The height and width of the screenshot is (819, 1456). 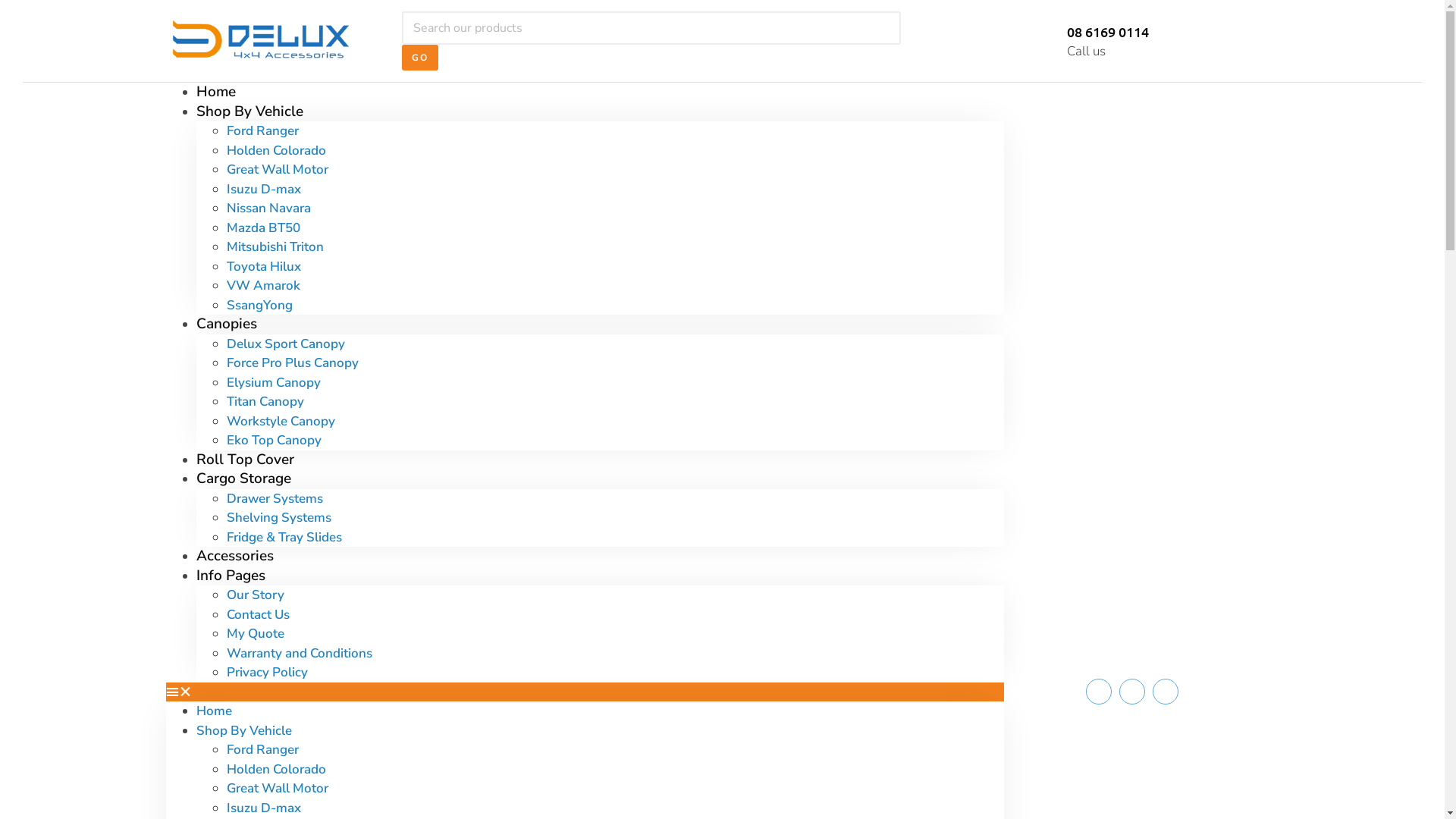 What do you see at coordinates (255, 633) in the screenshot?
I see `'My Quote'` at bounding box center [255, 633].